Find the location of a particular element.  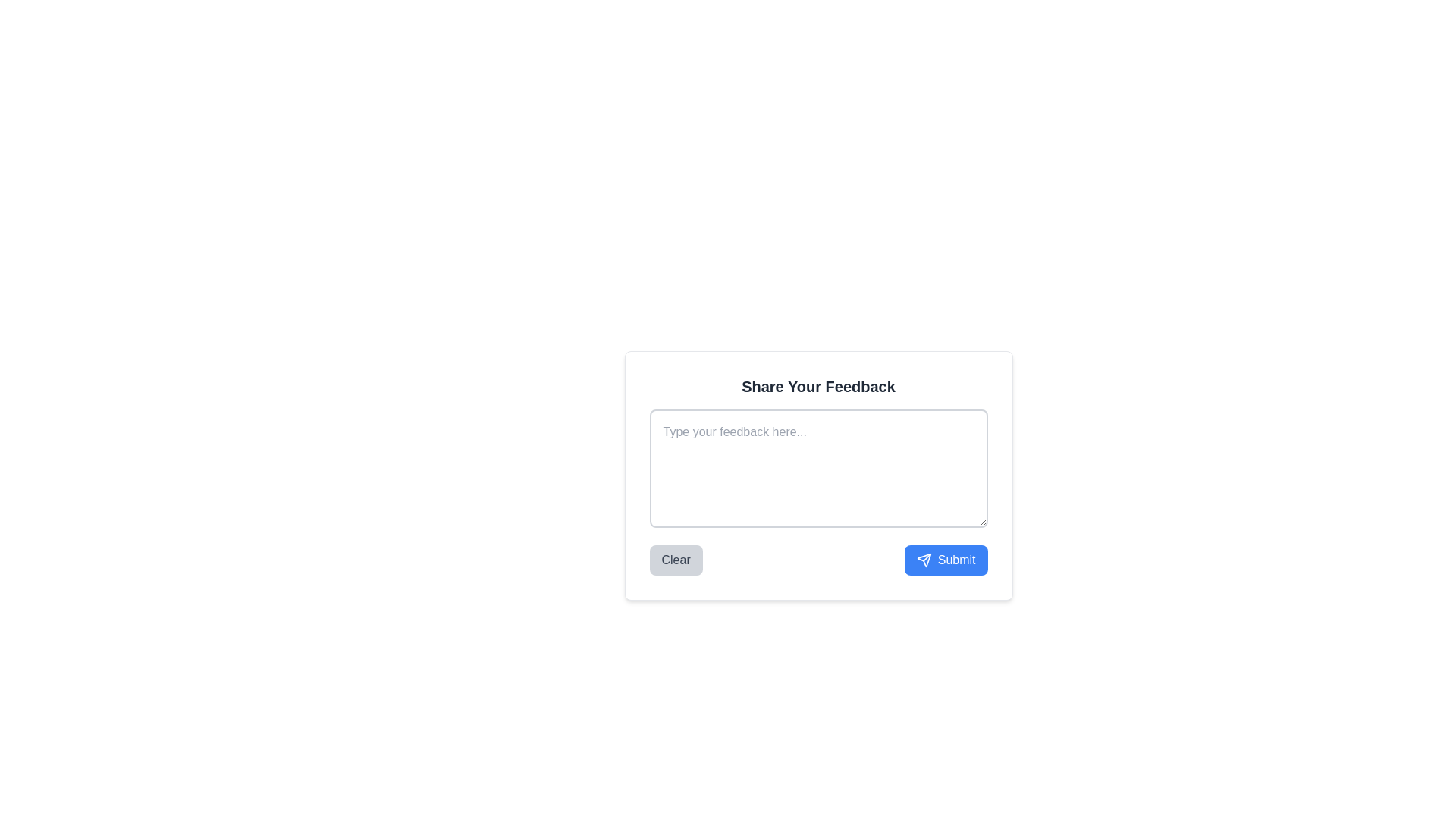

the 'Submit' button located at the bottom of the form interface is located at coordinates (945, 560).